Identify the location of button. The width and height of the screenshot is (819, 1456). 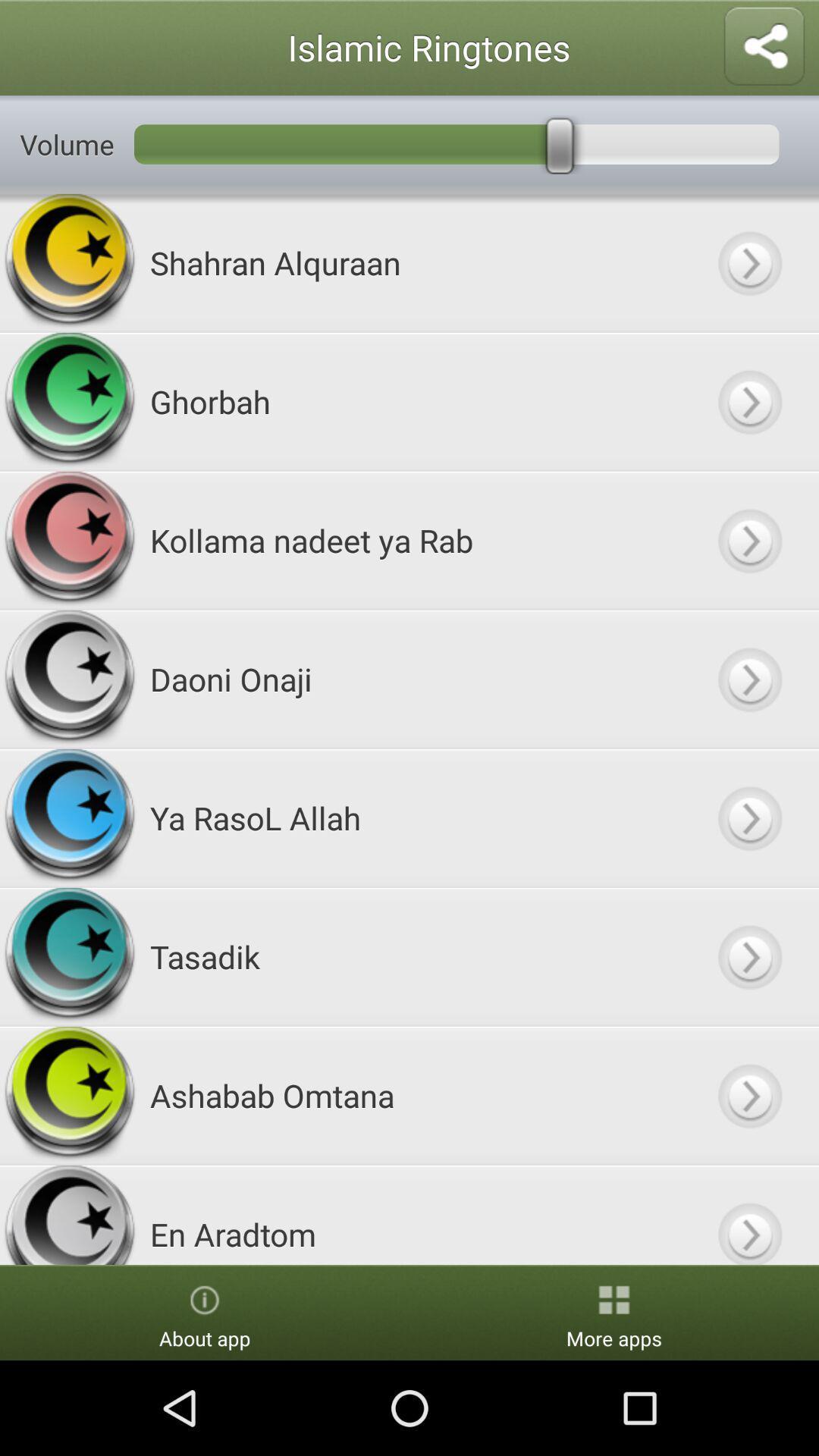
(748, 540).